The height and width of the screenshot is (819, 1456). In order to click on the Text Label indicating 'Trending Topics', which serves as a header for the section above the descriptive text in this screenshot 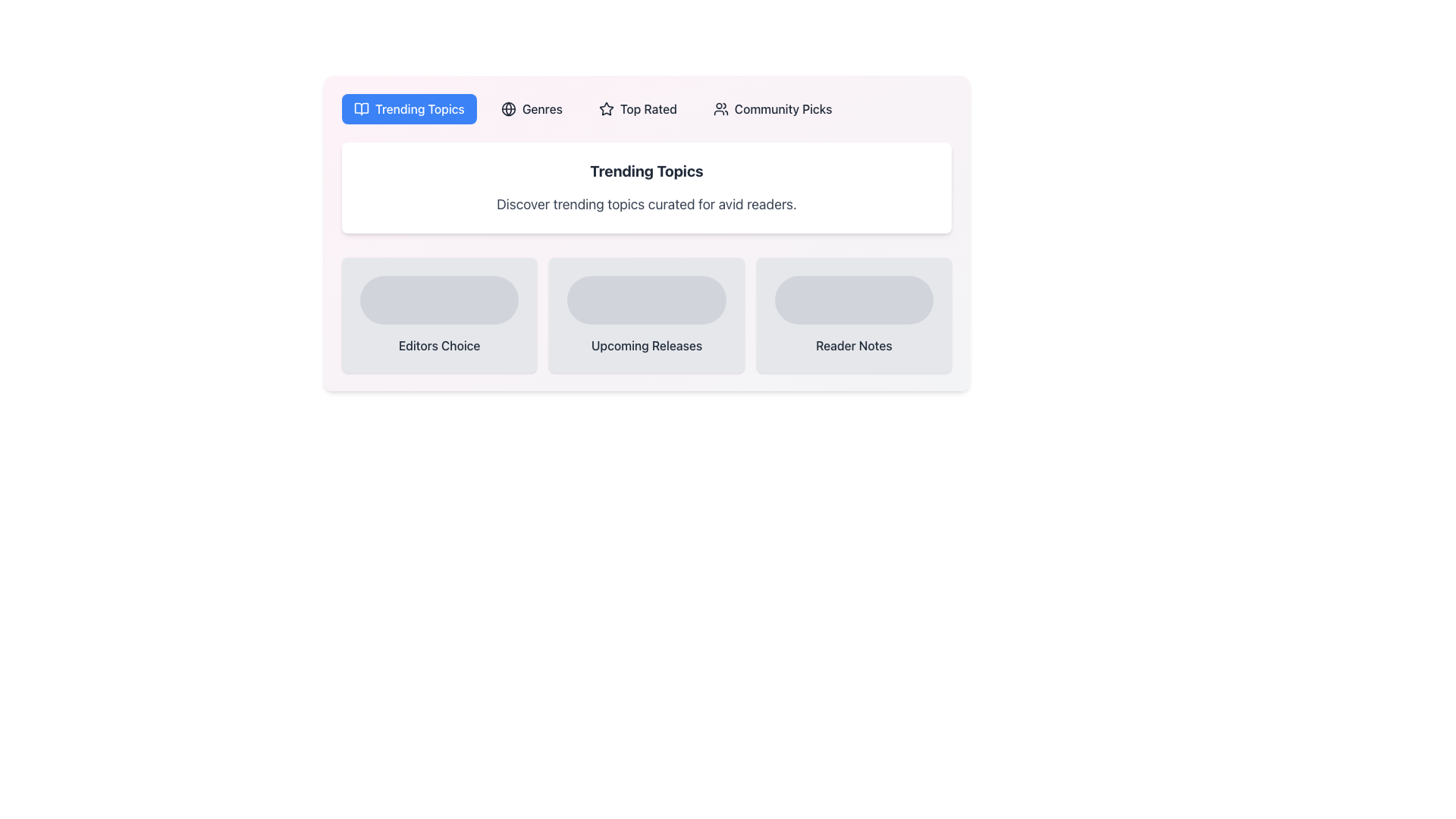, I will do `click(647, 171)`.